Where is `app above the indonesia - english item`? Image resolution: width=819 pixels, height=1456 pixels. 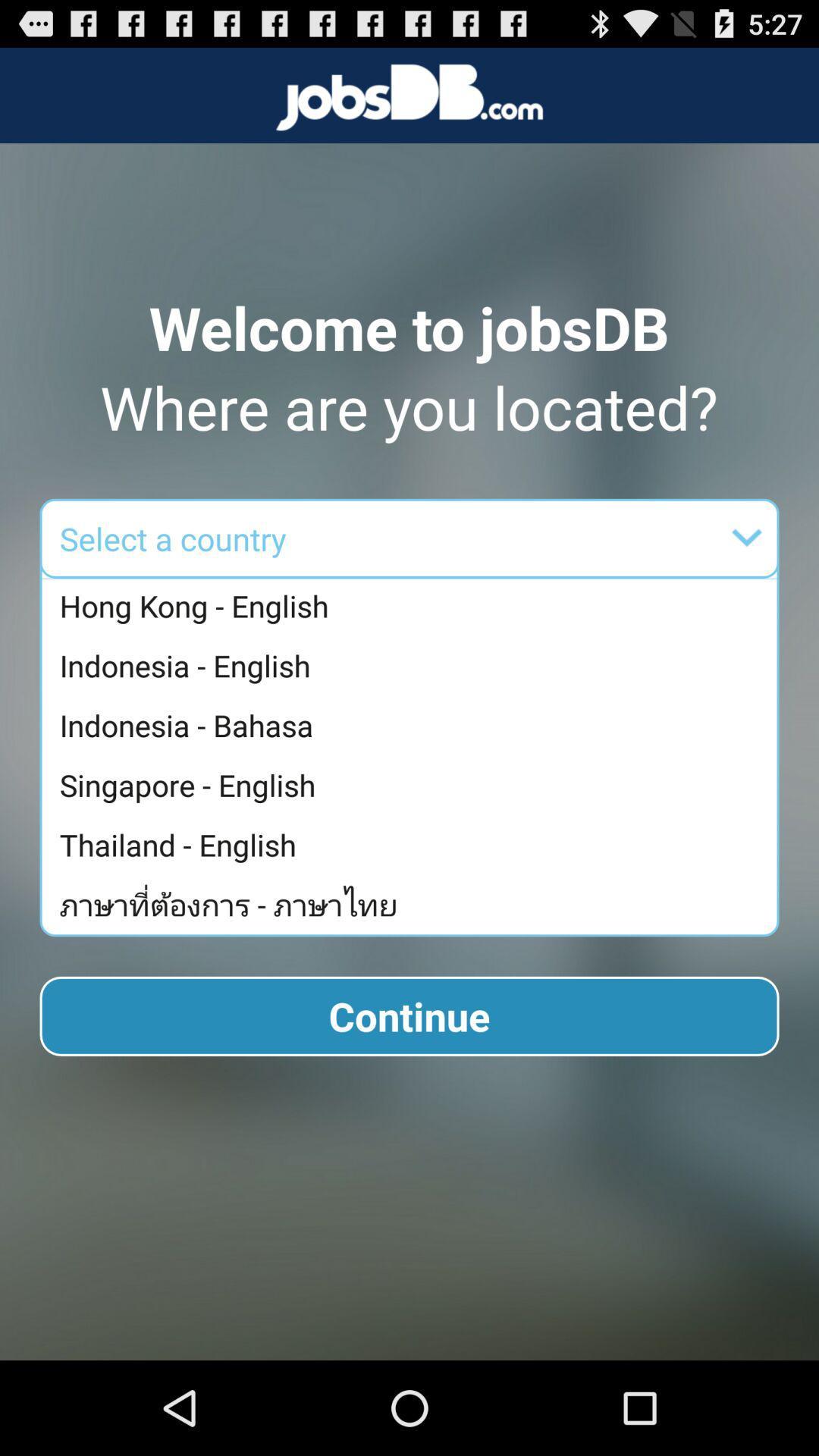
app above the indonesia - english item is located at coordinates (413, 607).